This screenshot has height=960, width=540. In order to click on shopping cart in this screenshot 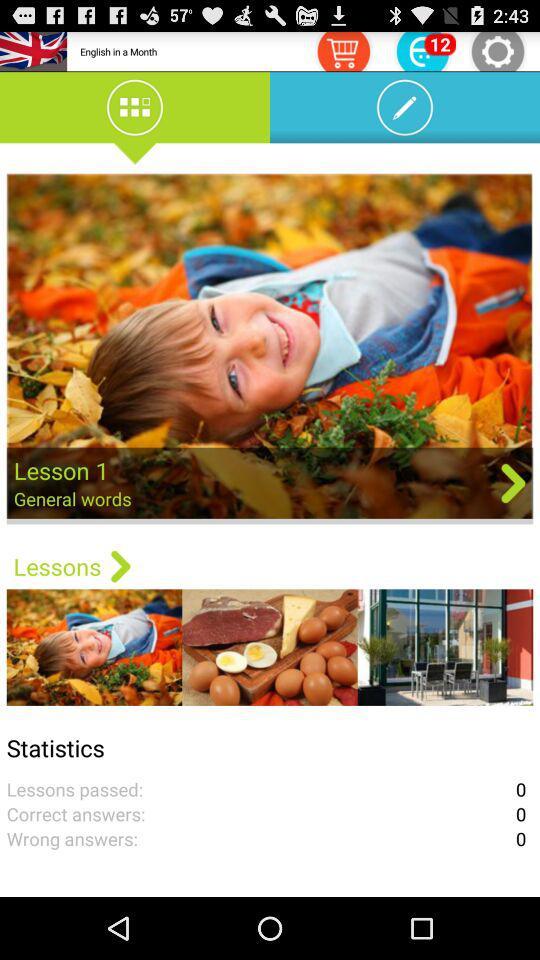, I will do `click(342, 50)`.